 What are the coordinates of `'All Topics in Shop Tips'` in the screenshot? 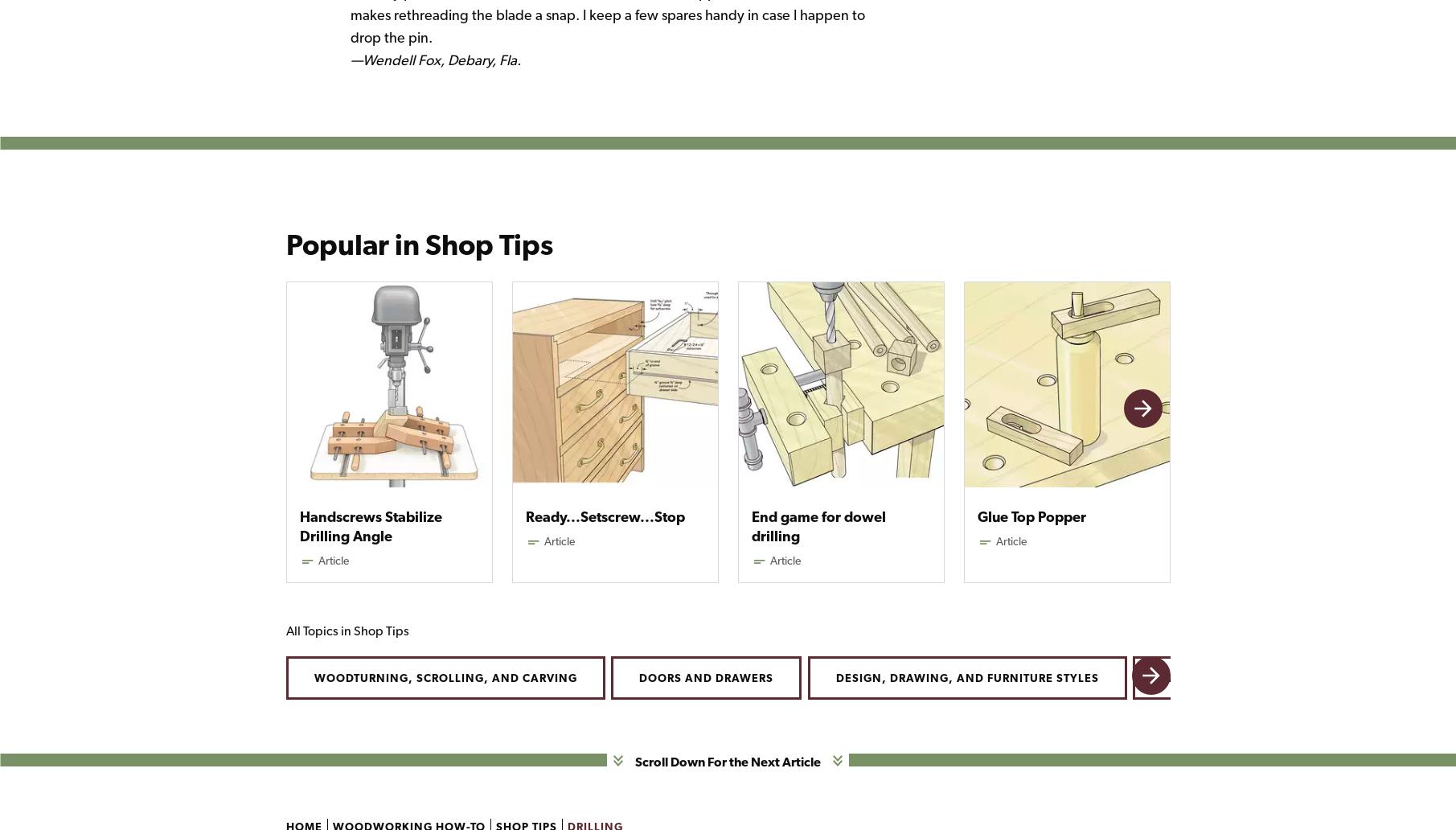 It's located at (347, 631).